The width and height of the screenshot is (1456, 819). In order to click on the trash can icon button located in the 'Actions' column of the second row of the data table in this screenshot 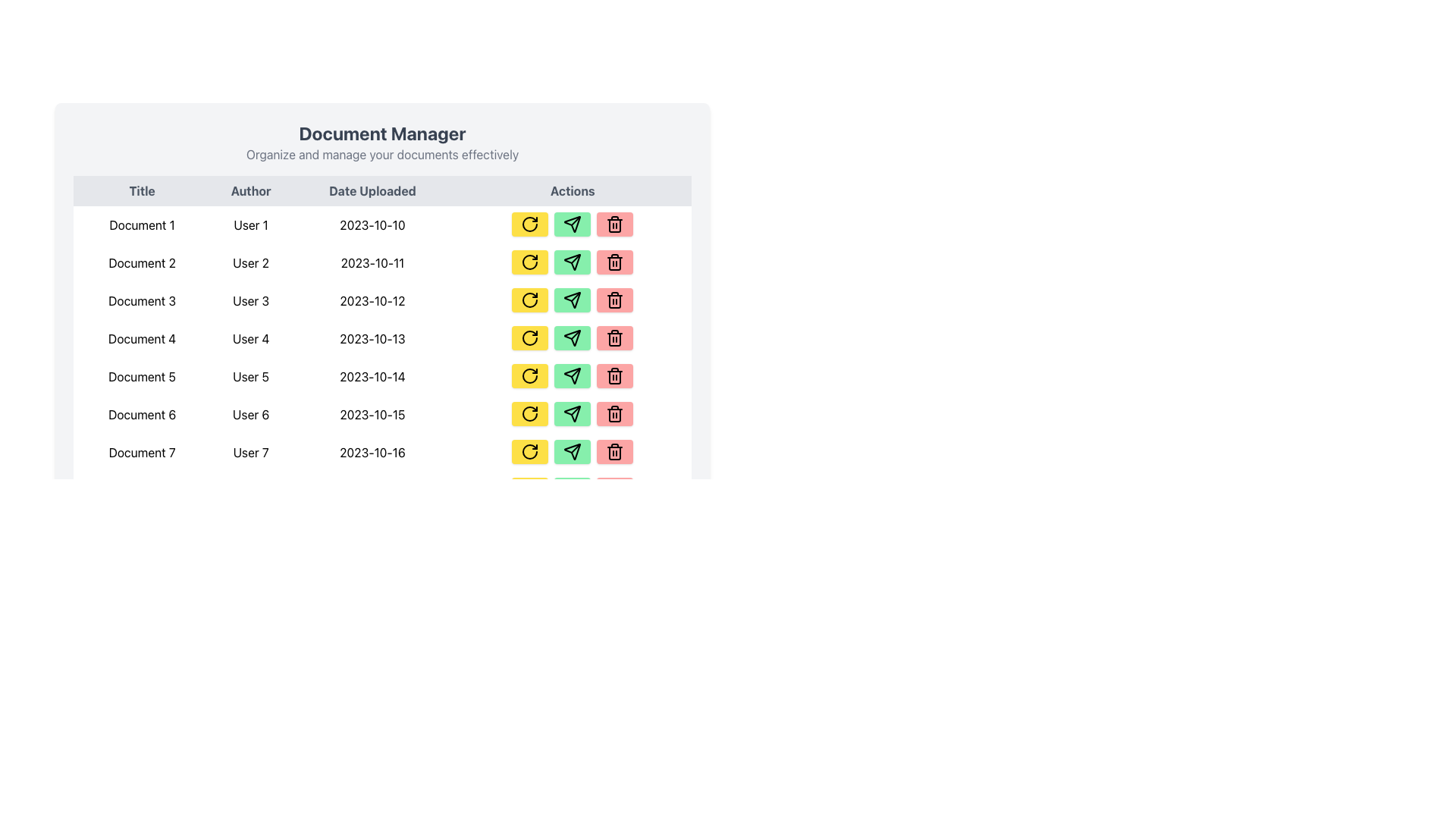, I will do `click(615, 262)`.